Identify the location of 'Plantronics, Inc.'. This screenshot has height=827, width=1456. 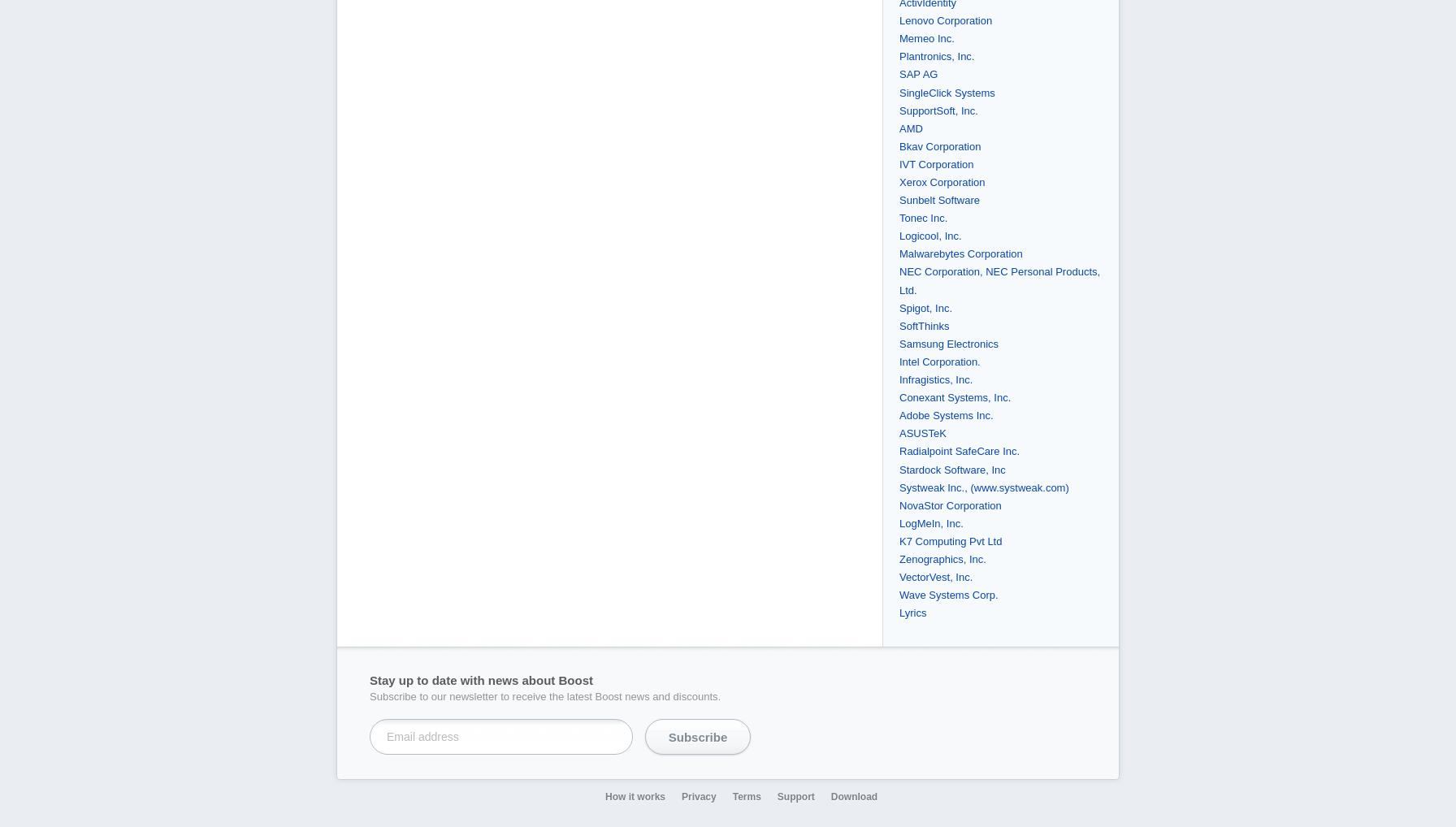
(936, 56).